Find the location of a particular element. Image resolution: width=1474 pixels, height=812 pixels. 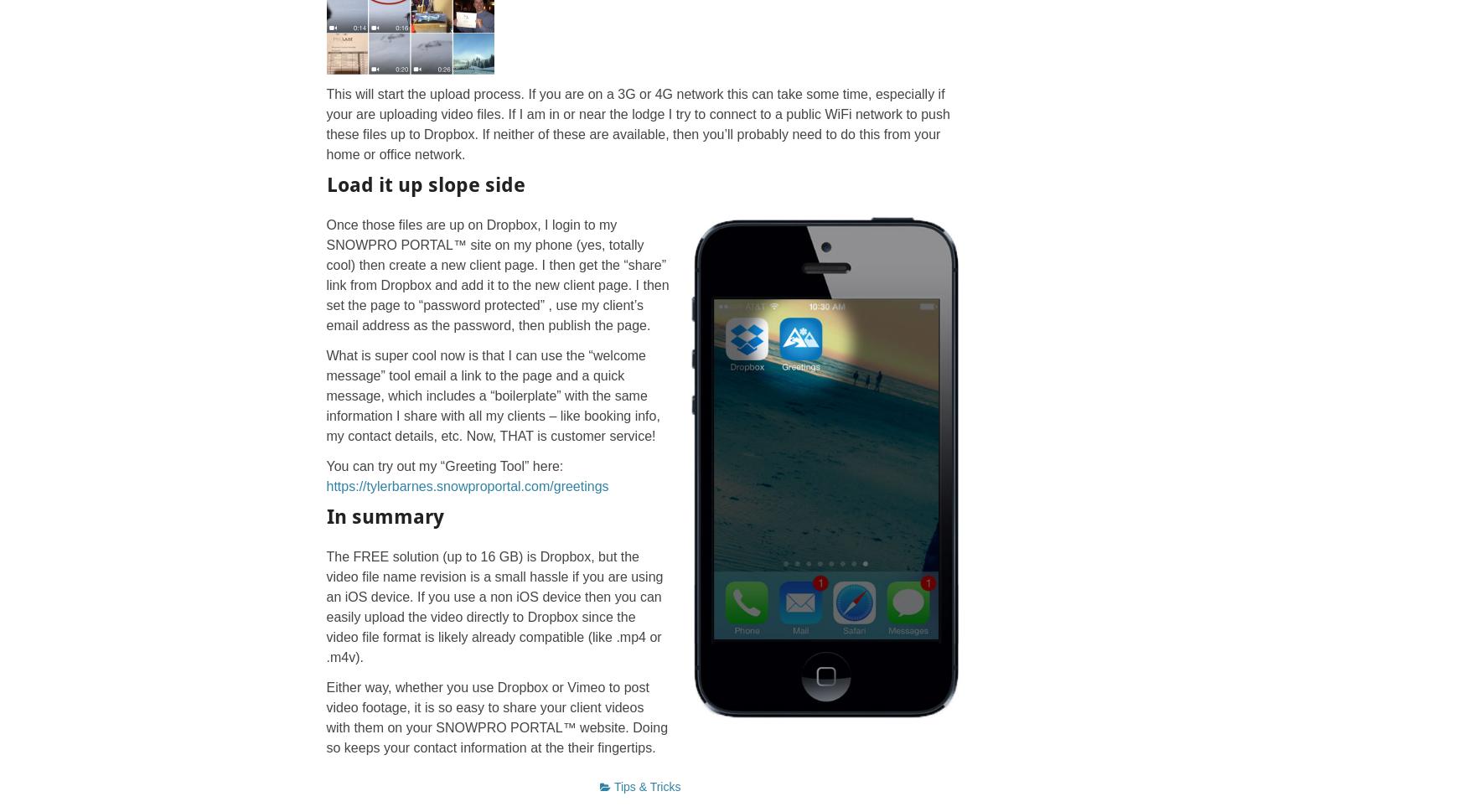

'The FREE solution (up to 16 GB) is Dropbox, but the video file name revision is a small hassle if you are using an iOS device. If you use a non iOS device then you can easily upload the video directly to Dropbox since the video file format is likely already compatible (like .mp4 or .m4v).' is located at coordinates (493, 606).